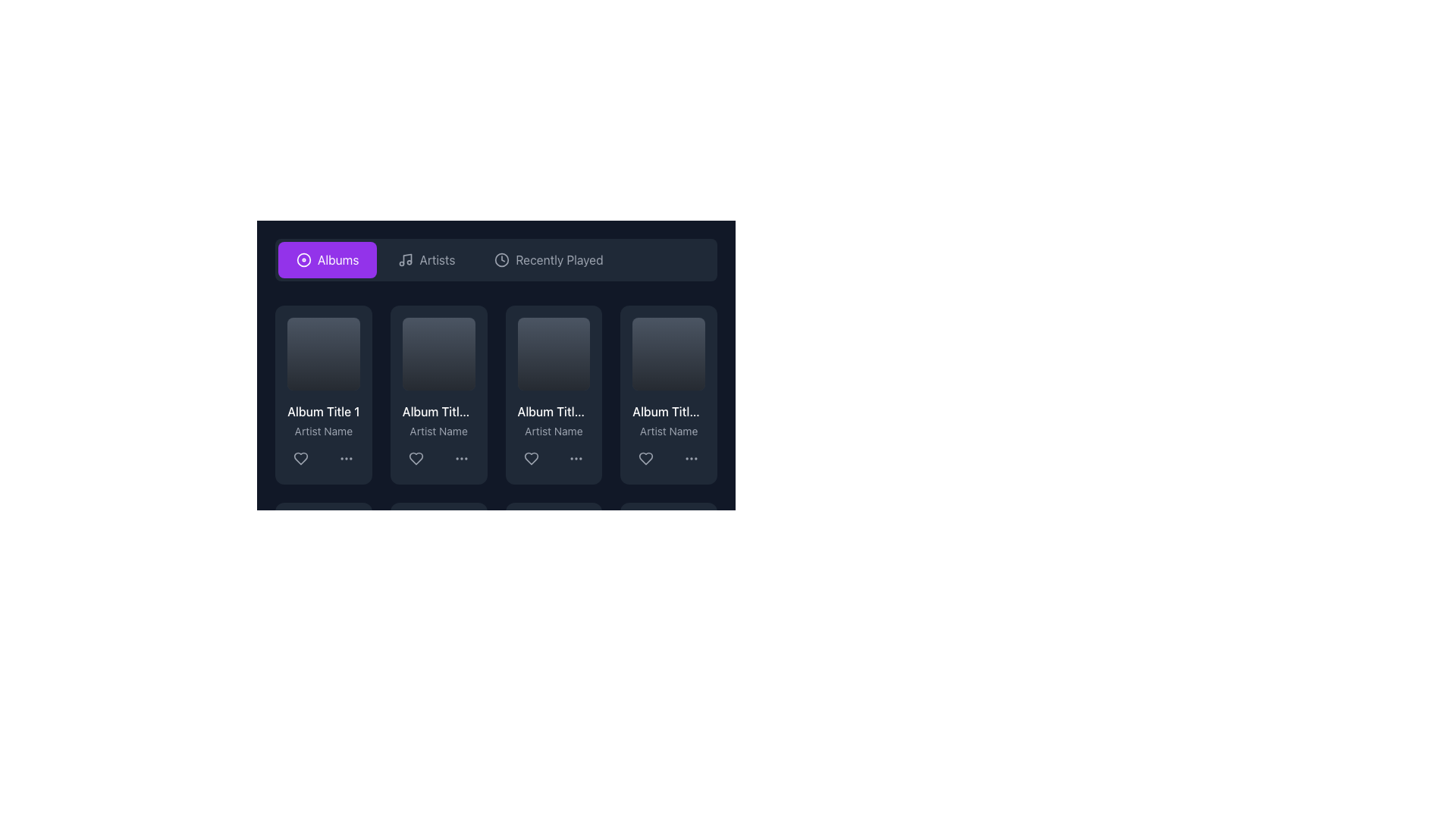 Image resolution: width=1456 pixels, height=819 pixels. I want to click on the second text label displaying the album title, so click(438, 411).